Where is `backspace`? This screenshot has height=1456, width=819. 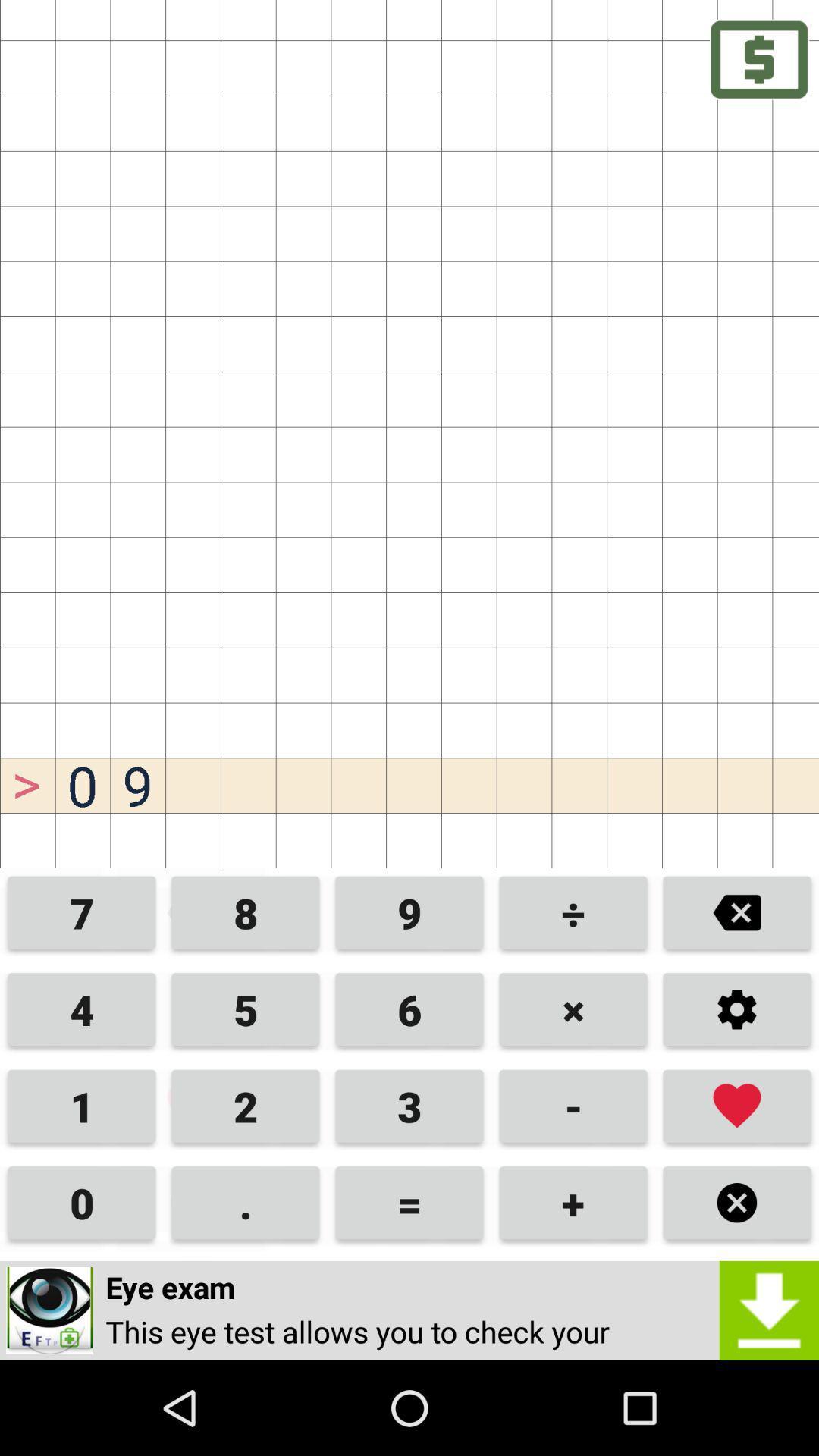 backspace is located at coordinates (736, 913).